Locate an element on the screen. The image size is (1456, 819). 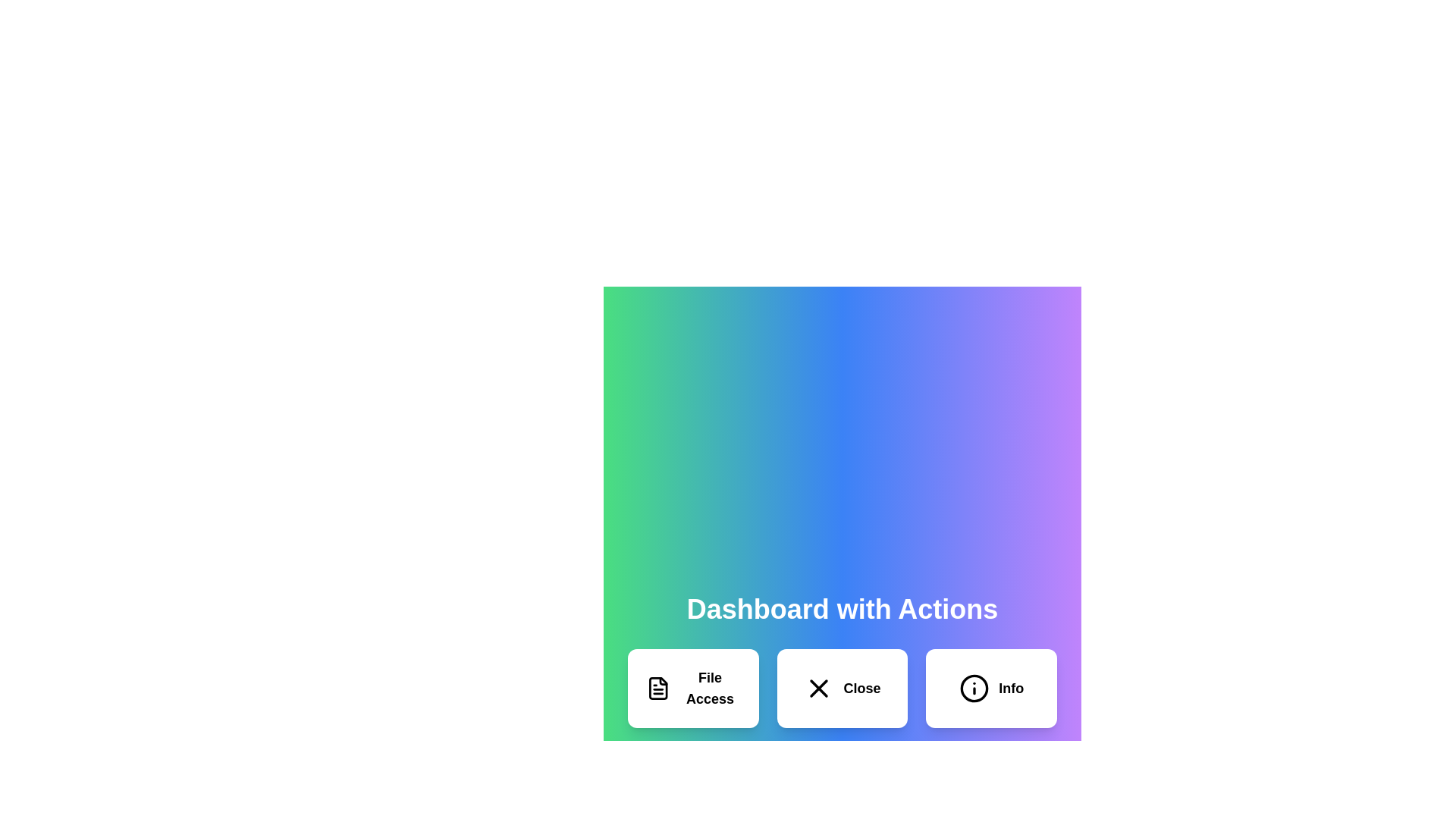
the 'File Access' button located at the bottom-left of the interface under the 'Dashboard with Actions' section, which contains the icon for visual representation is located at coordinates (658, 688).